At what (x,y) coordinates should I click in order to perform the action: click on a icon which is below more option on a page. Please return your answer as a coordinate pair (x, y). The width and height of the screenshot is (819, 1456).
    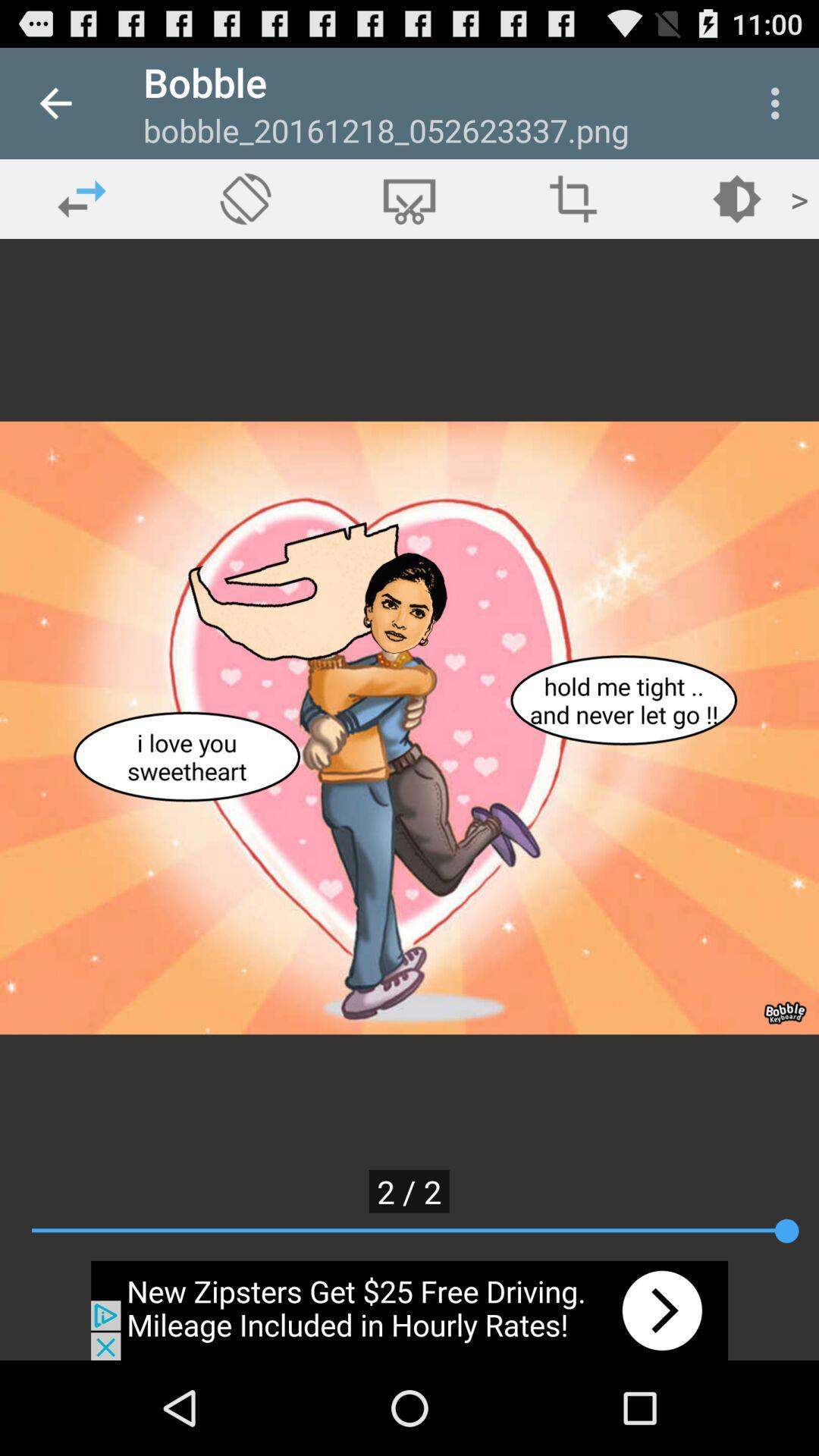
    Looking at the image, I should click on (736, 198).